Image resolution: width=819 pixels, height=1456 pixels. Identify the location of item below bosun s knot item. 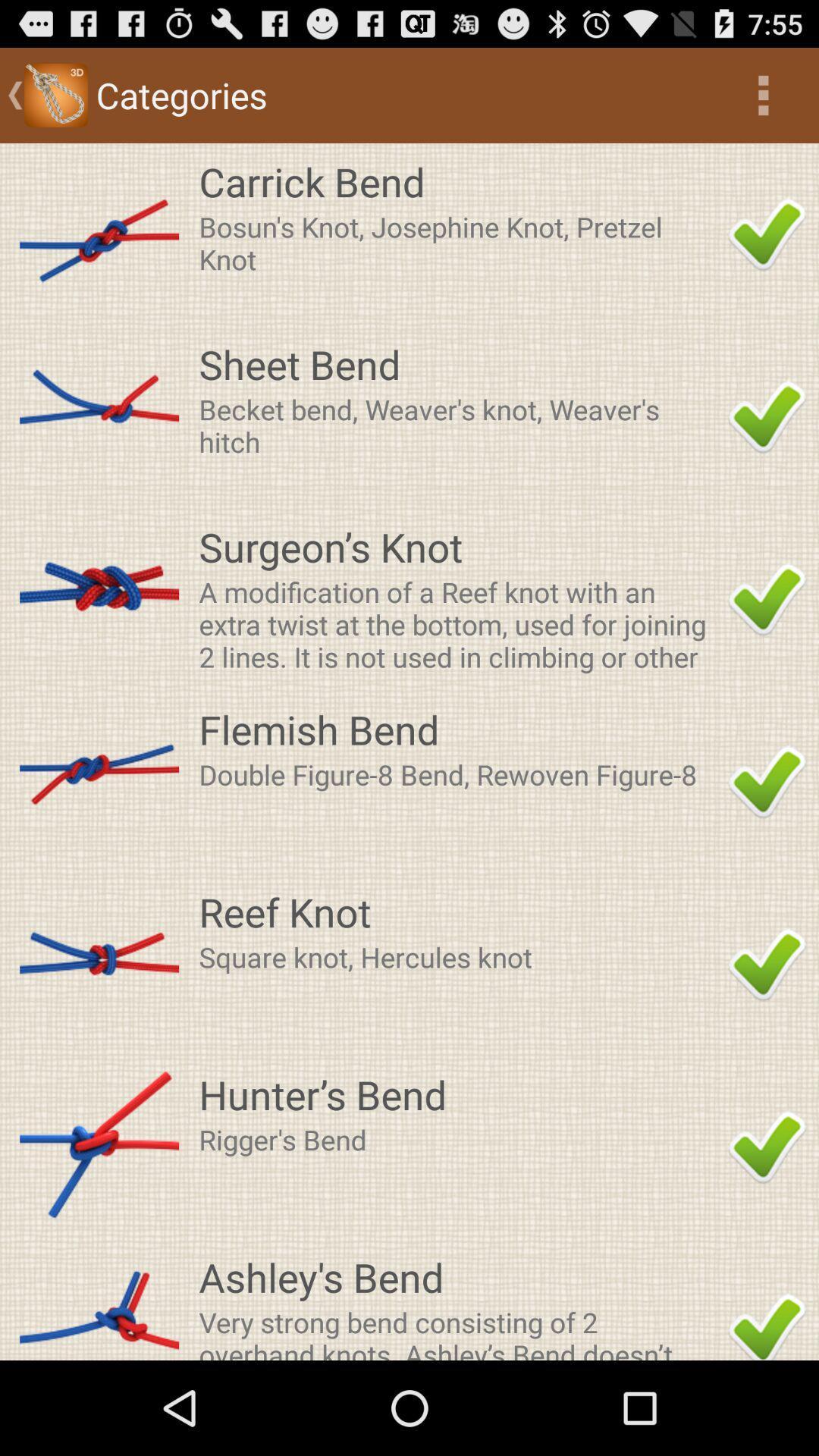
(458, 364).